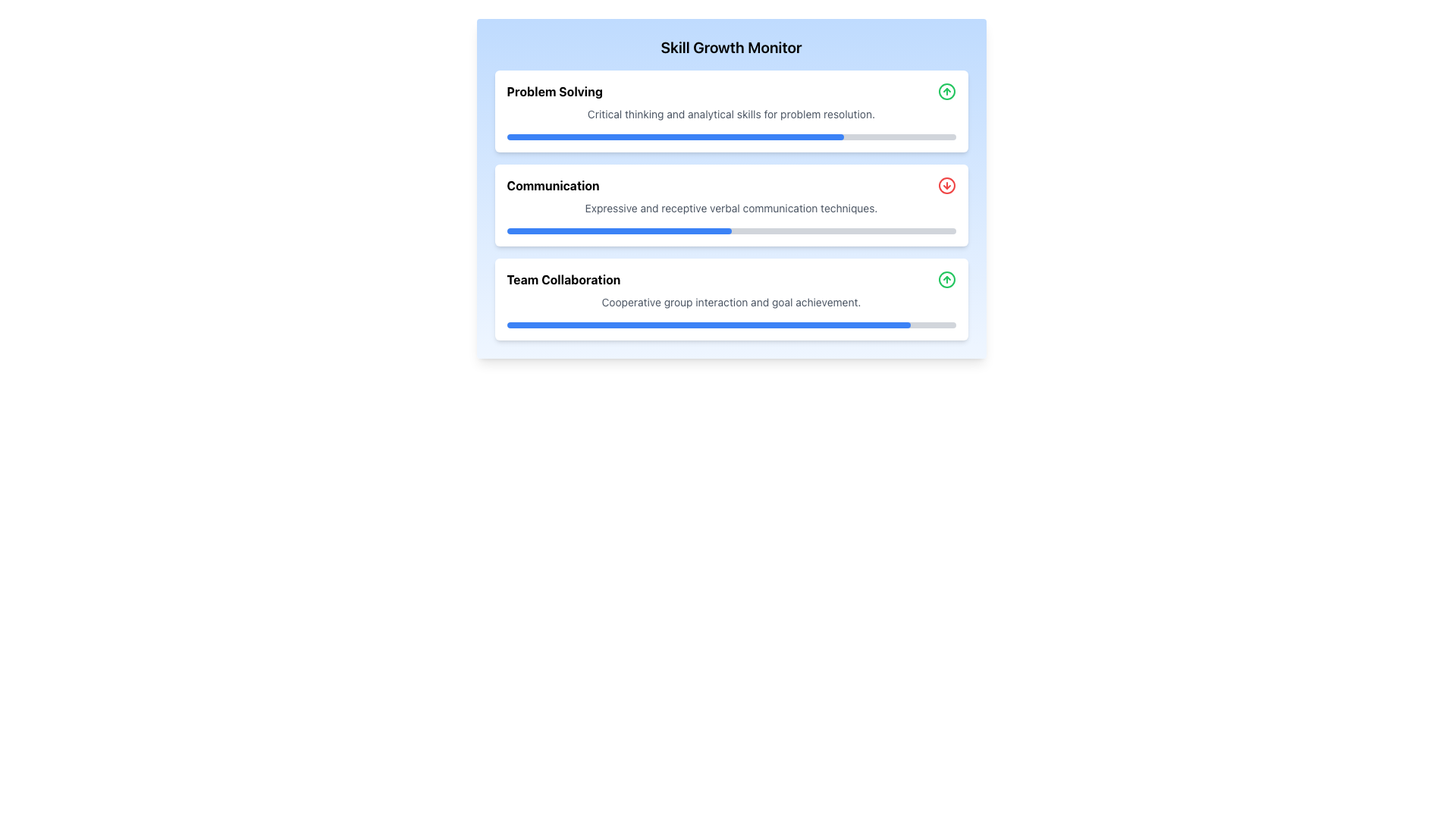 Image resolution: width=1456 pixels, height=819 pixels. Describe the element at coordinates (619, 231) in the screenshot. I see `the horizontal blue progress bar with rounded ends located under the 'Communication' section in the 'Skill Growth Monitor' interface` at that location.